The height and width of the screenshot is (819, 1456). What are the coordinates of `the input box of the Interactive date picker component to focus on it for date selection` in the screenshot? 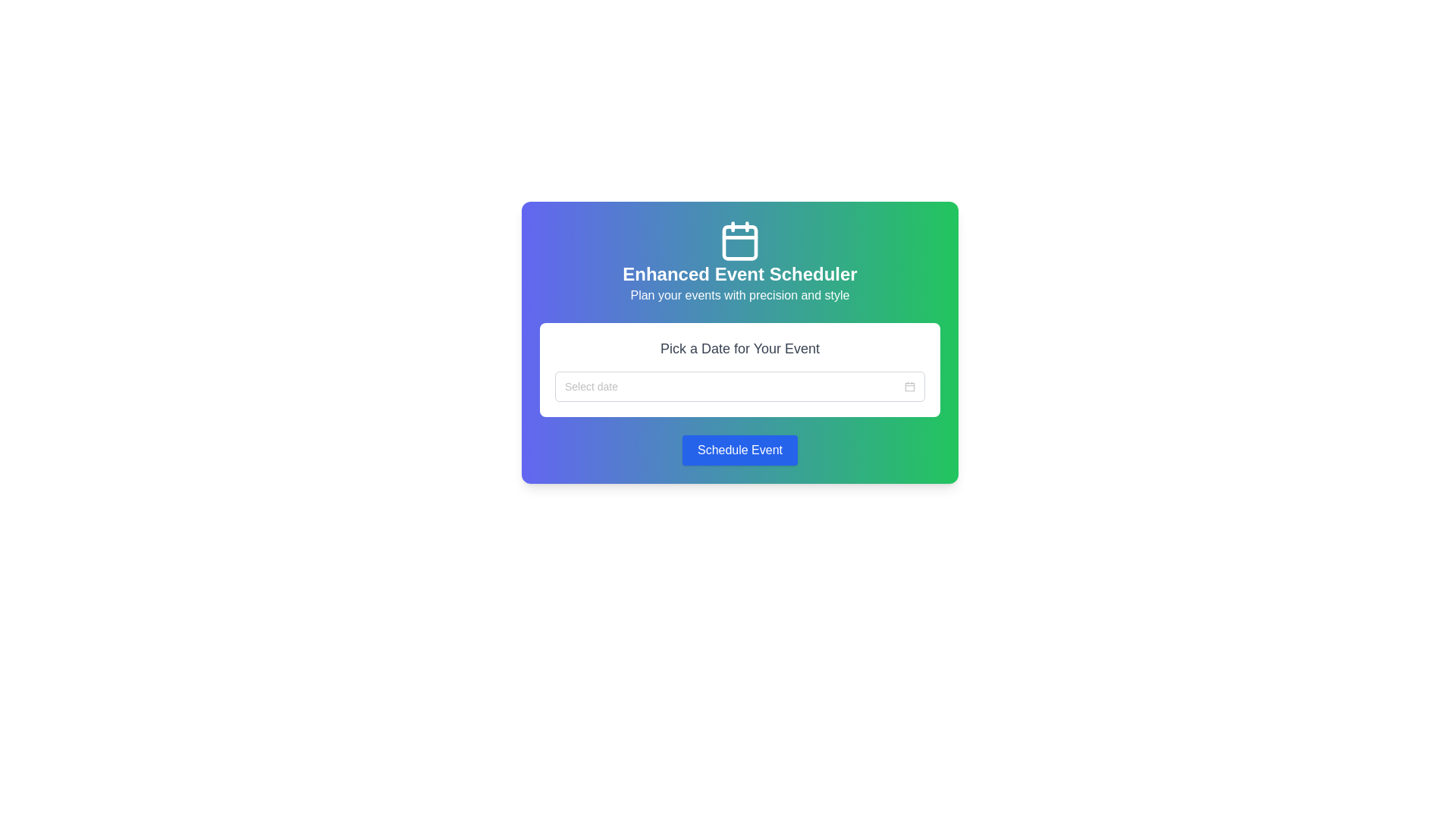 It's located at (739, 370).